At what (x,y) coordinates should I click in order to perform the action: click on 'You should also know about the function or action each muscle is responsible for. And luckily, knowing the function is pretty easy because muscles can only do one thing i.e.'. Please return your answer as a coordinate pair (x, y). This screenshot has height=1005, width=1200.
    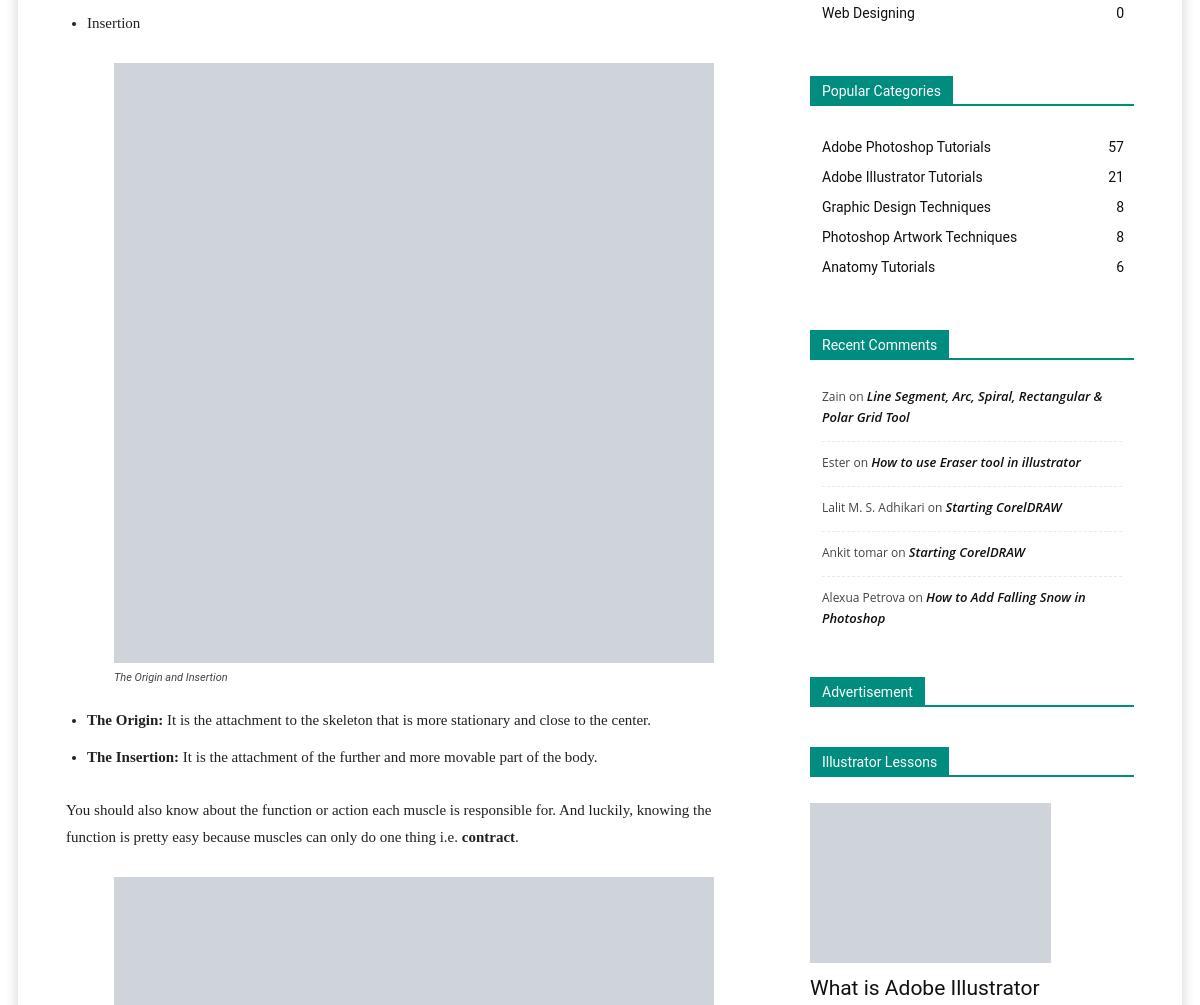
    Looking at the image, I should click on (388, 823).